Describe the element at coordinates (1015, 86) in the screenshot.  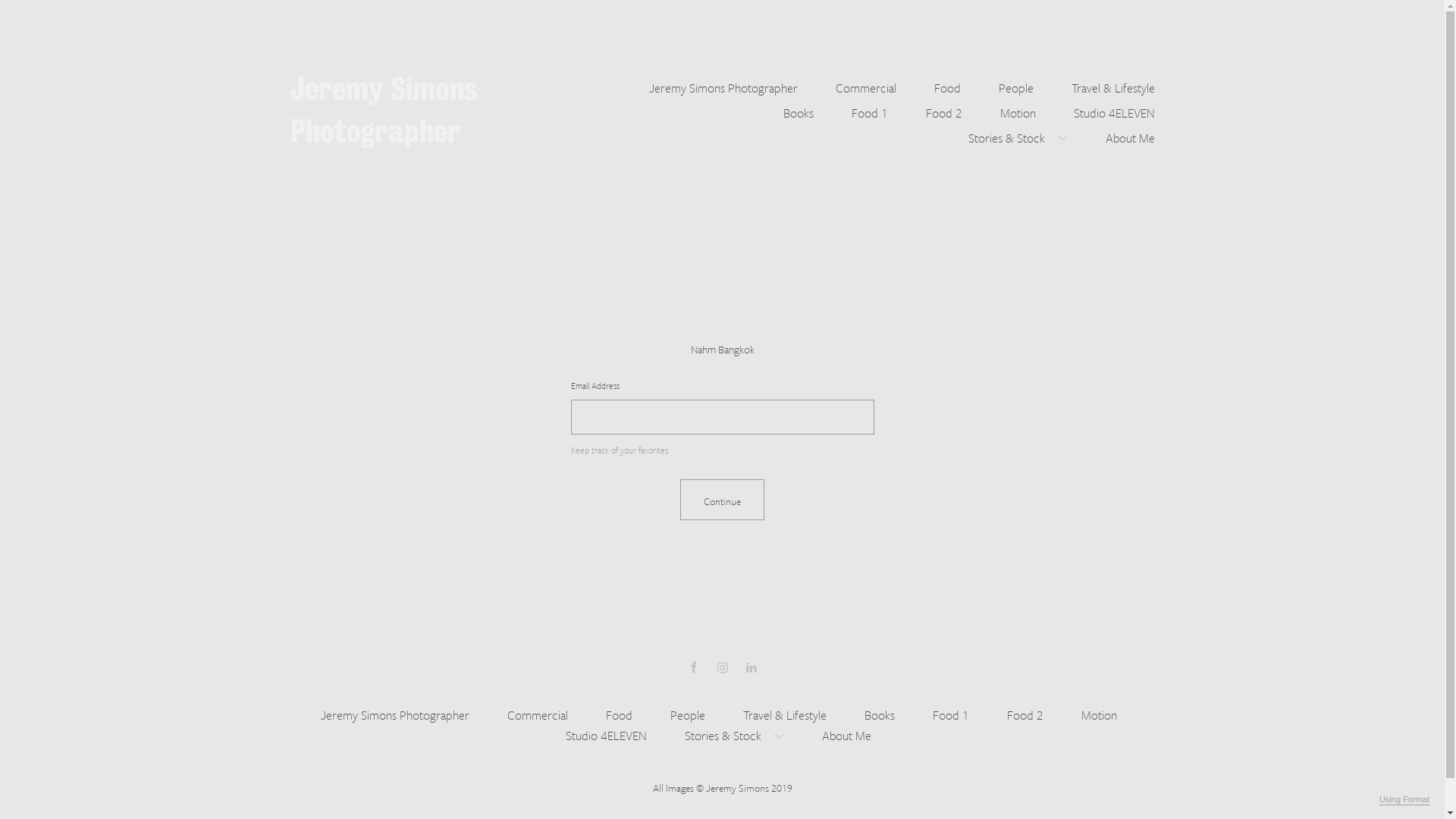
I see `'People'` at that location.